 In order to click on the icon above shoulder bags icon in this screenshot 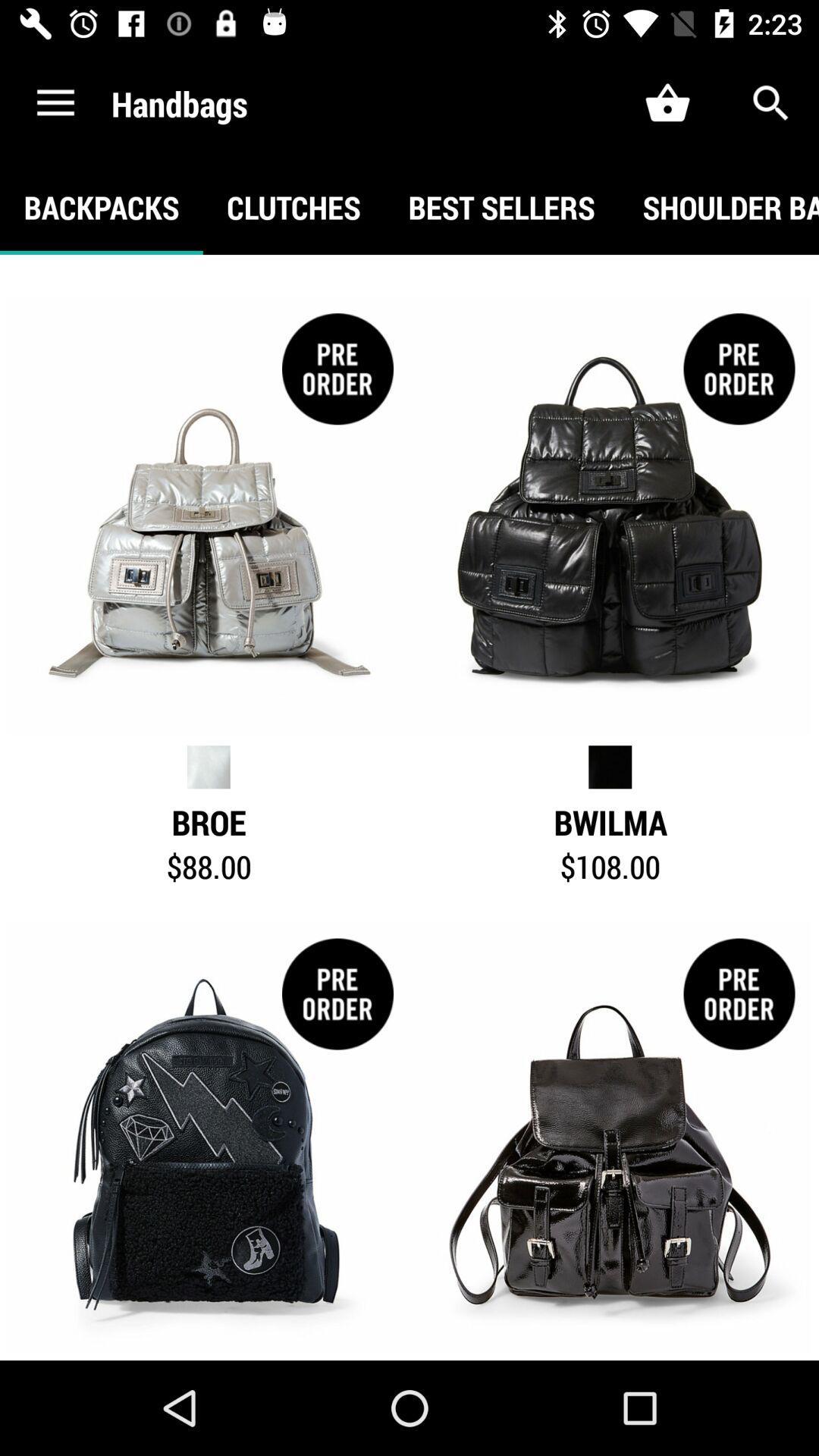, I will do `click(771, 102)`.